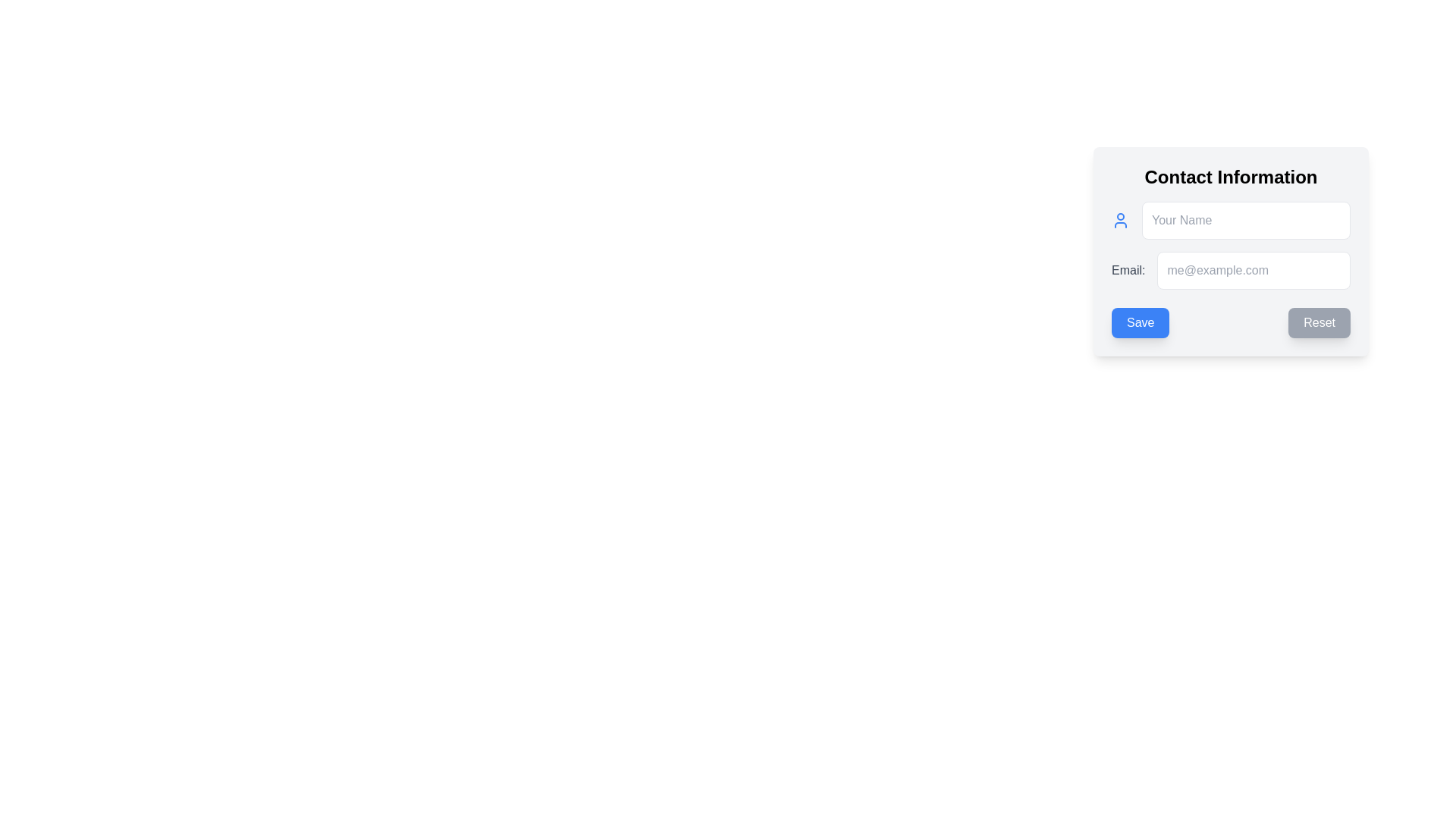 Image resolution: width=1456 pixels, height=819 pixels. What do you see at coordinates (1121, 220) in the screenshot?
I see `the icon that visually associates with the 'Your Name' input field in the 'Contact Information' card` at bounding box center [1121, 220].